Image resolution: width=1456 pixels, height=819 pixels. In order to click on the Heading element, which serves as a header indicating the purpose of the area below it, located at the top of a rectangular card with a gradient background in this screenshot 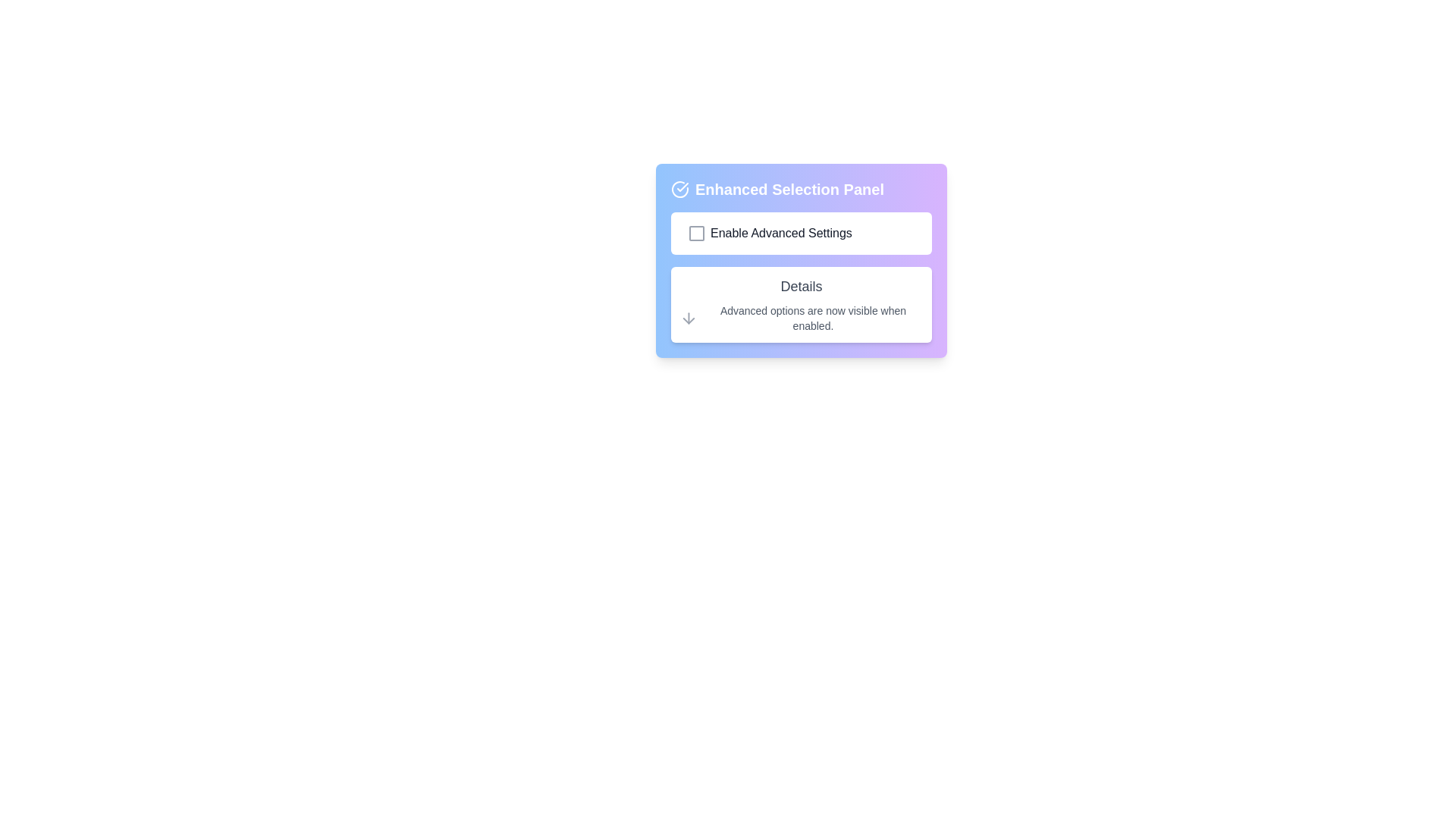, I will do `click(800, 189)`.